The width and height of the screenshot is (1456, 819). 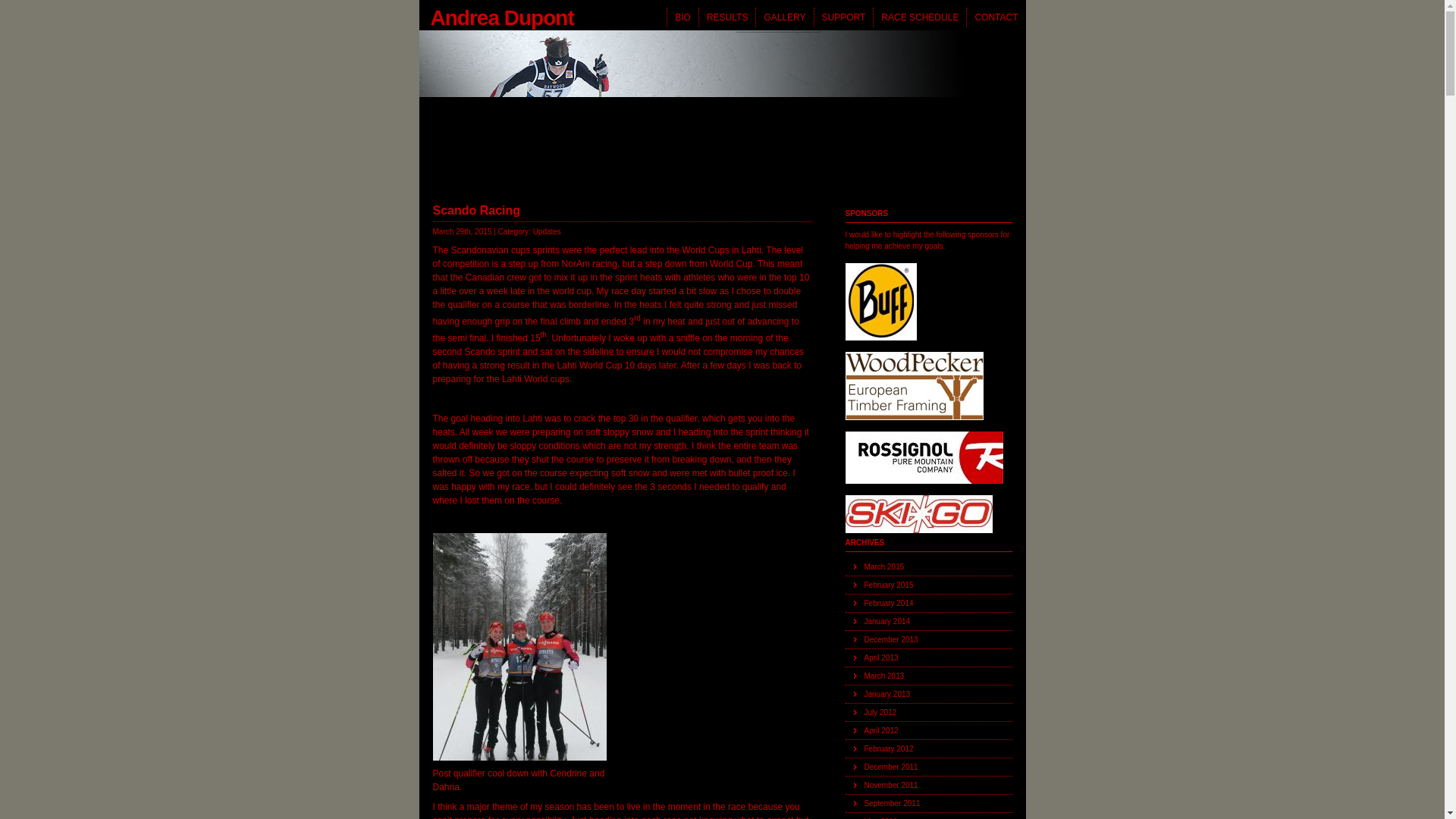 I want to click on 'April 2013', so click(x=927, y=657).